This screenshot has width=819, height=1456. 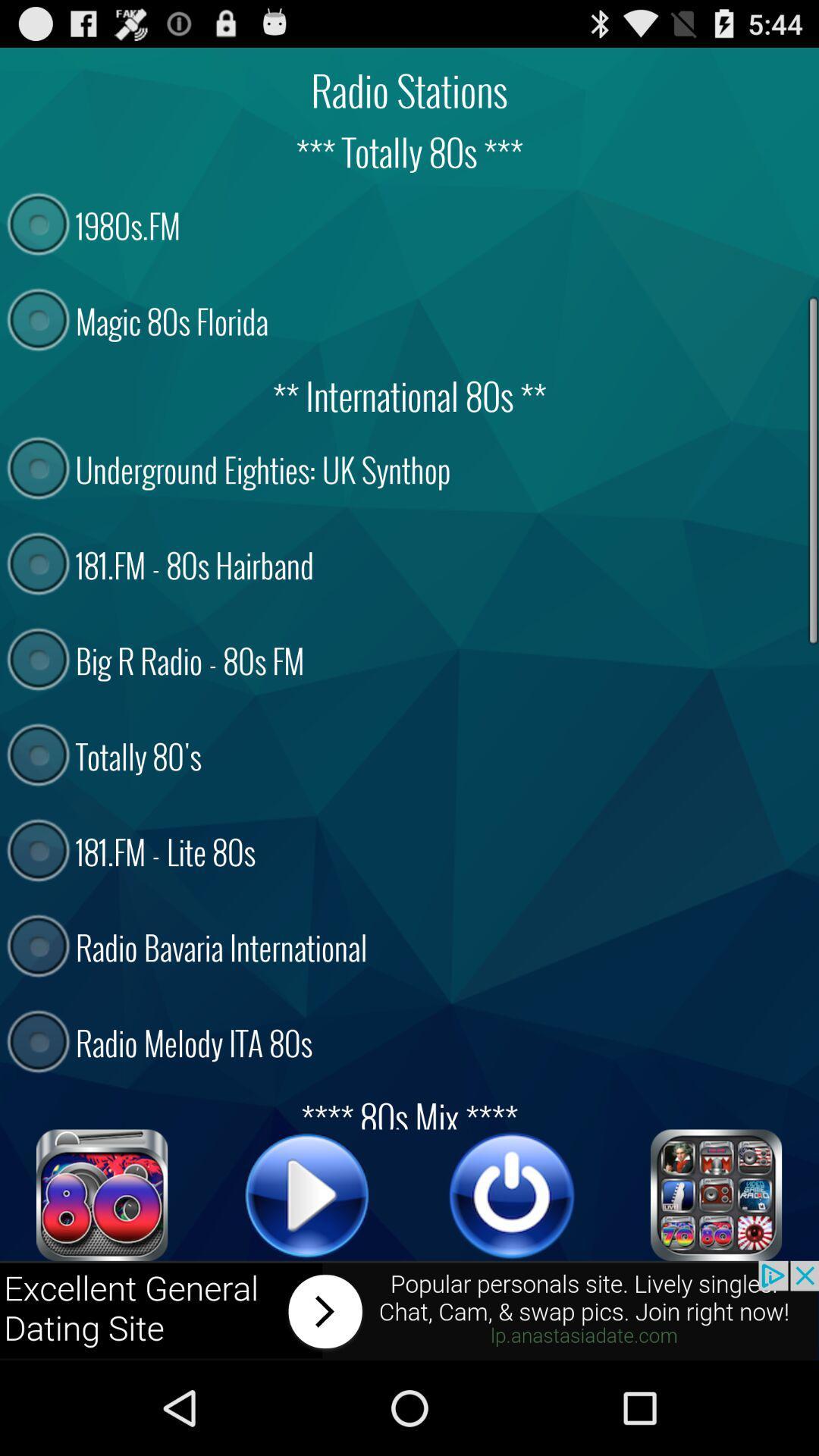 What do you see at coordinates (512, 1194) in the screenshot?
I see `stop option` at bounding box center [512, 1194].